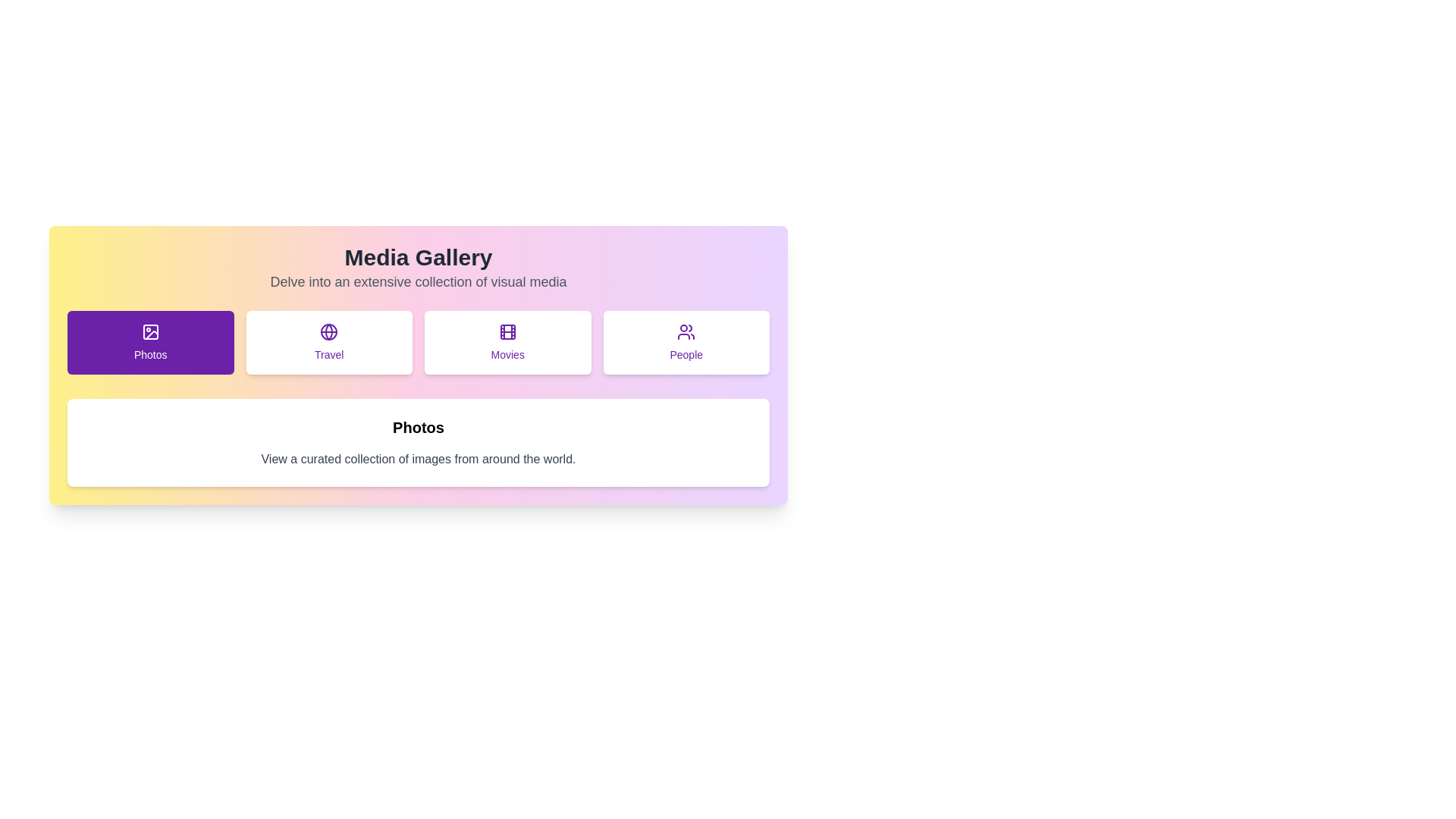 This screenshot has width=1456, height=819. What do you see at coordinates (150, 342) in the screenshot?
I see `the tab labeled Photos` at bounding box center [150, 342].